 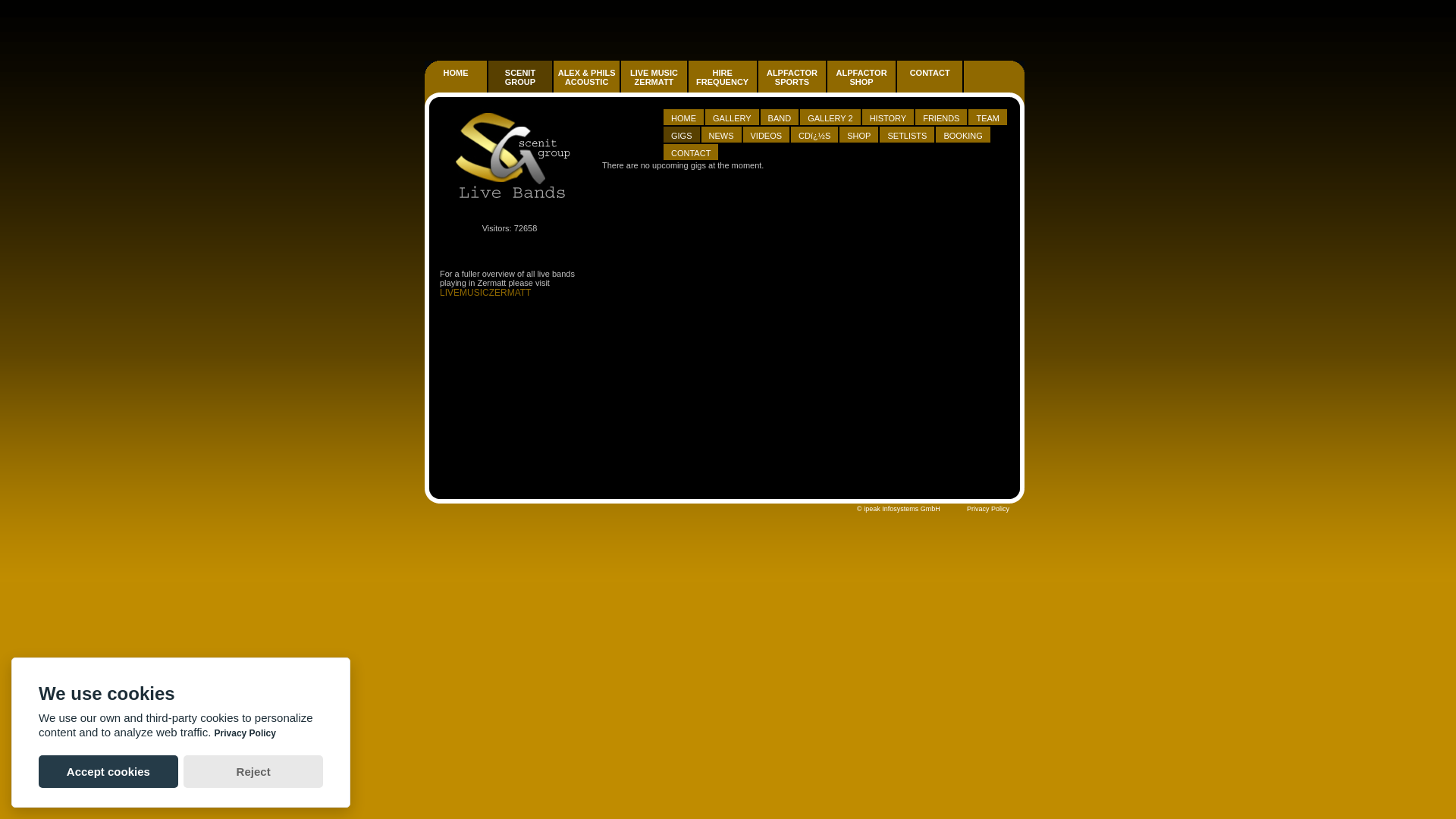 What do you see at coordinates (907, 133) in the screenshot?
I see `'SETLISTS'` at bounding box center [907, 133].